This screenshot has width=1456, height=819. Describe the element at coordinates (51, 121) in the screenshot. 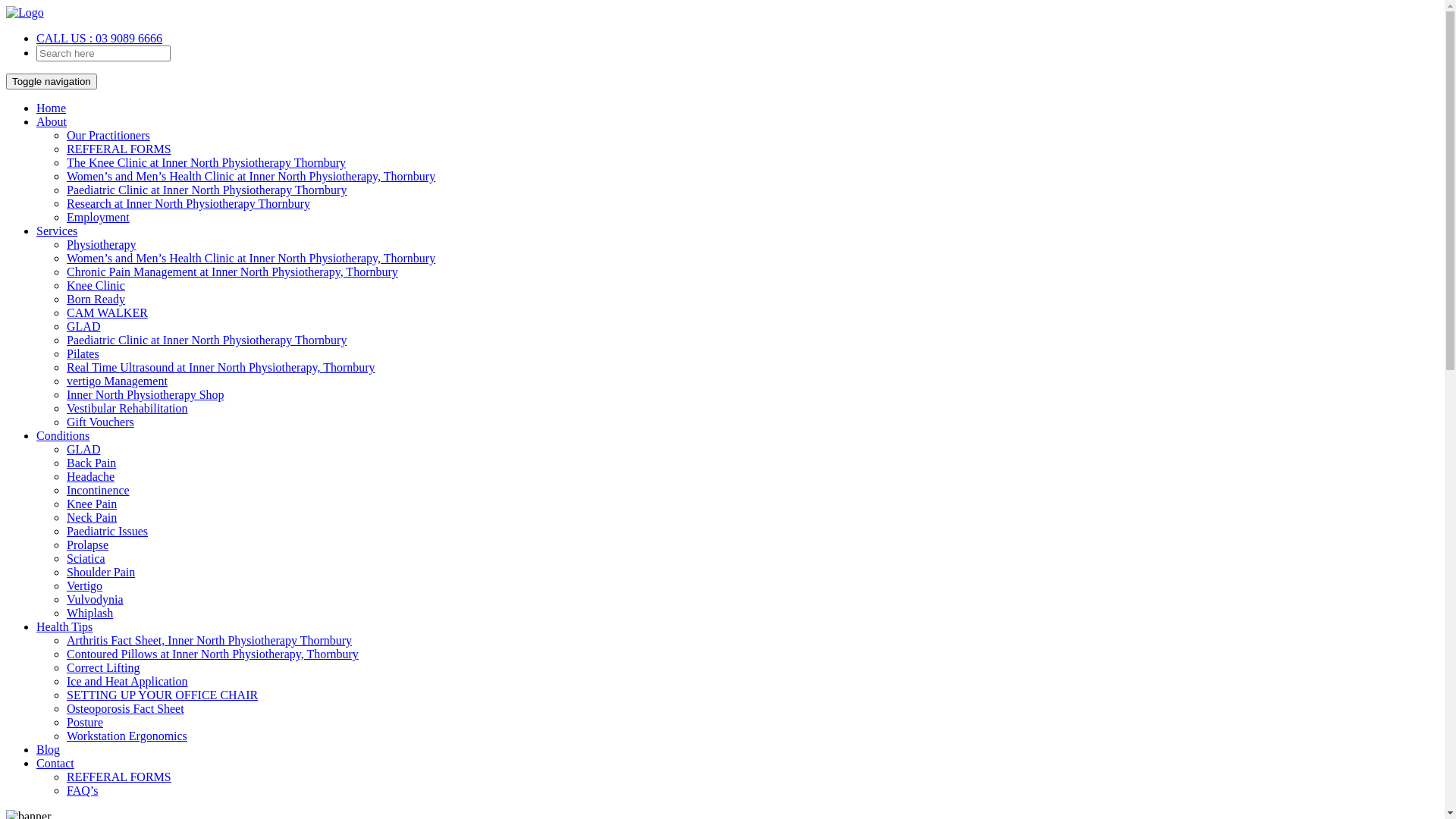

I see `'About'` at that location.